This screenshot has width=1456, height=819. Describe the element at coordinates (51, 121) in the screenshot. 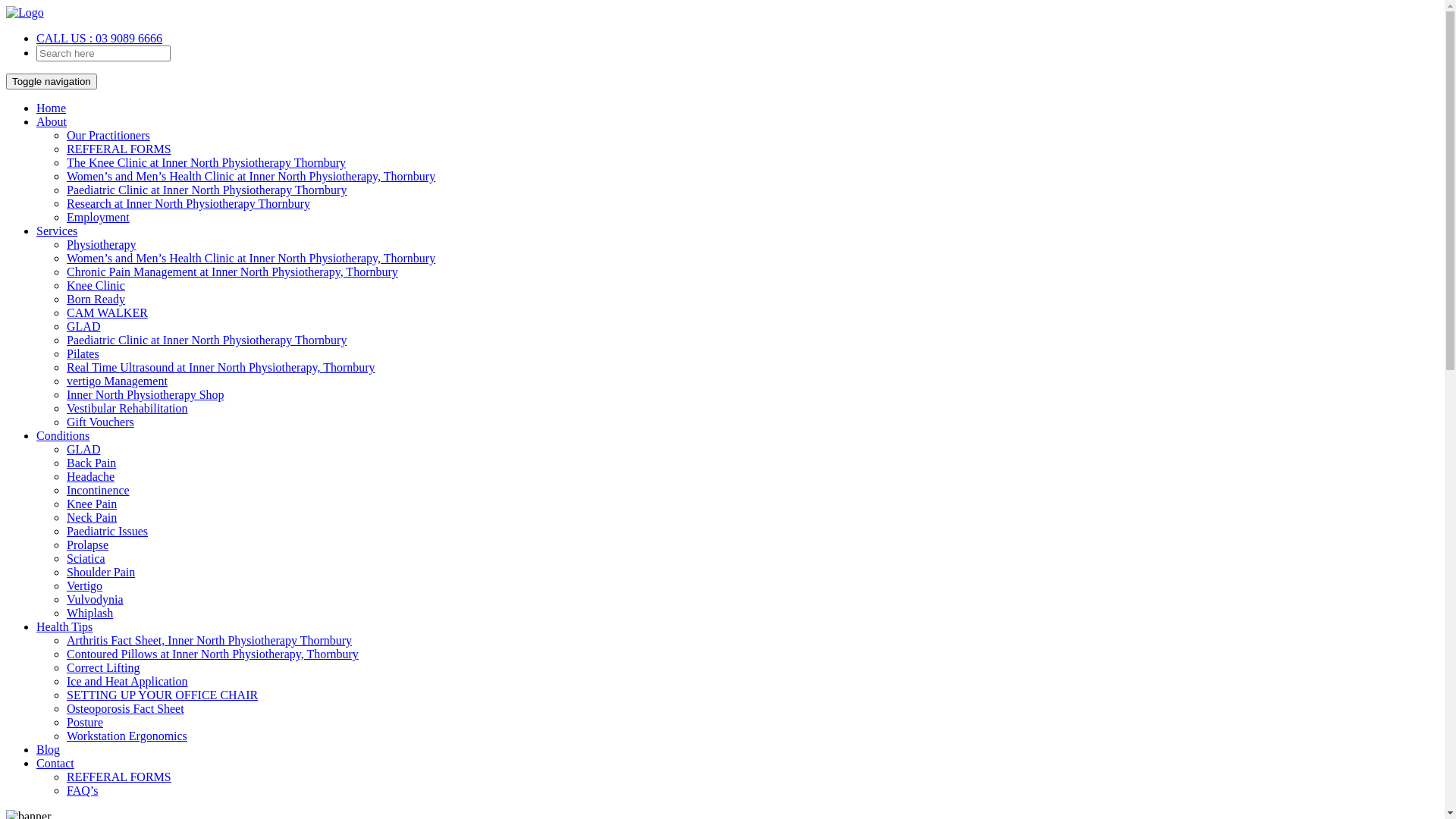

I see `'About'` at that location.